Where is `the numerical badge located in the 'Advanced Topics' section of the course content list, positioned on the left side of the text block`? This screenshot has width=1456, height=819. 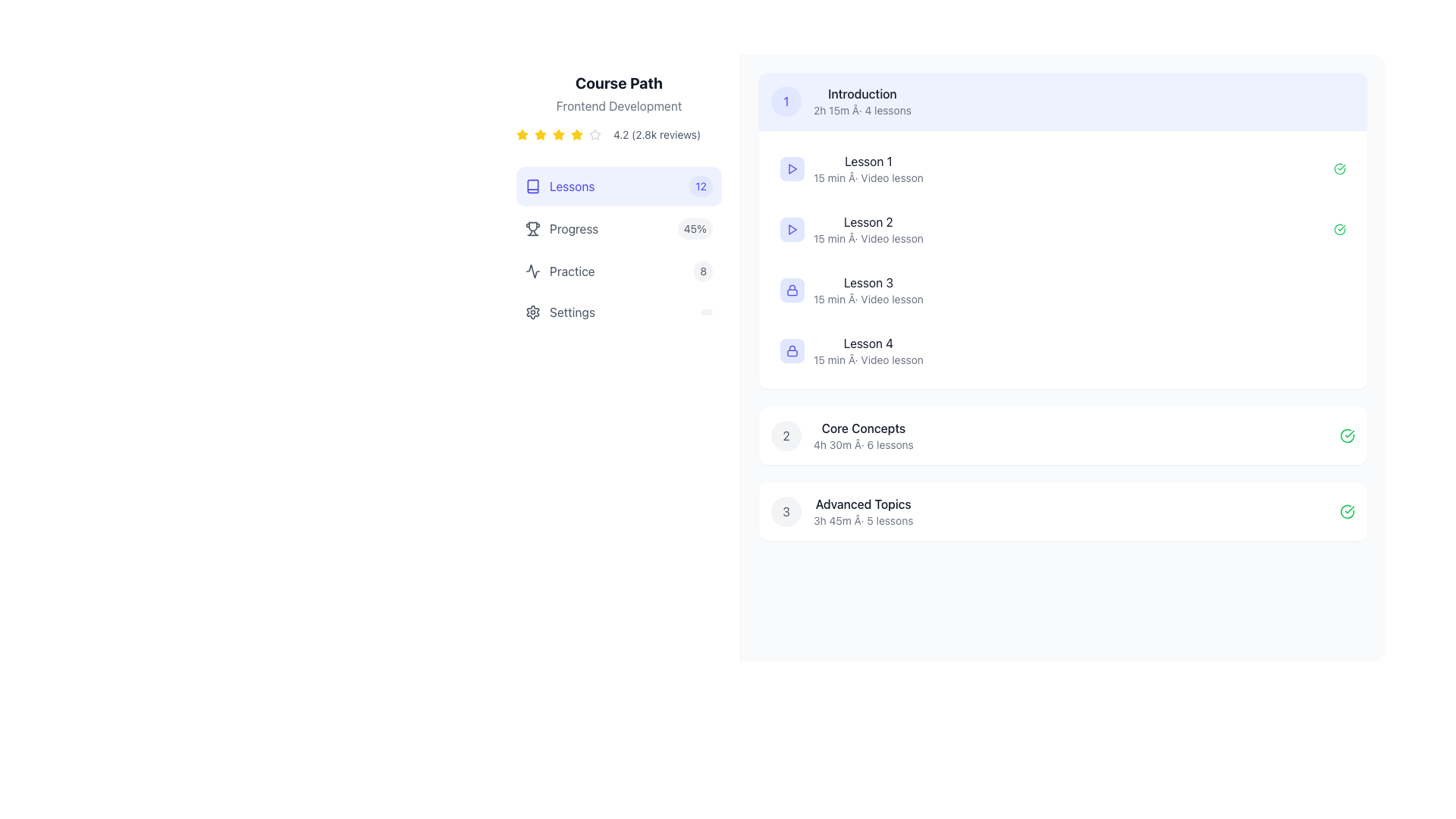
the numerical badge located in the 'Advanced Topics' section of the course content list, positioned on the left side of the text block is located at coordinates (786, 512).